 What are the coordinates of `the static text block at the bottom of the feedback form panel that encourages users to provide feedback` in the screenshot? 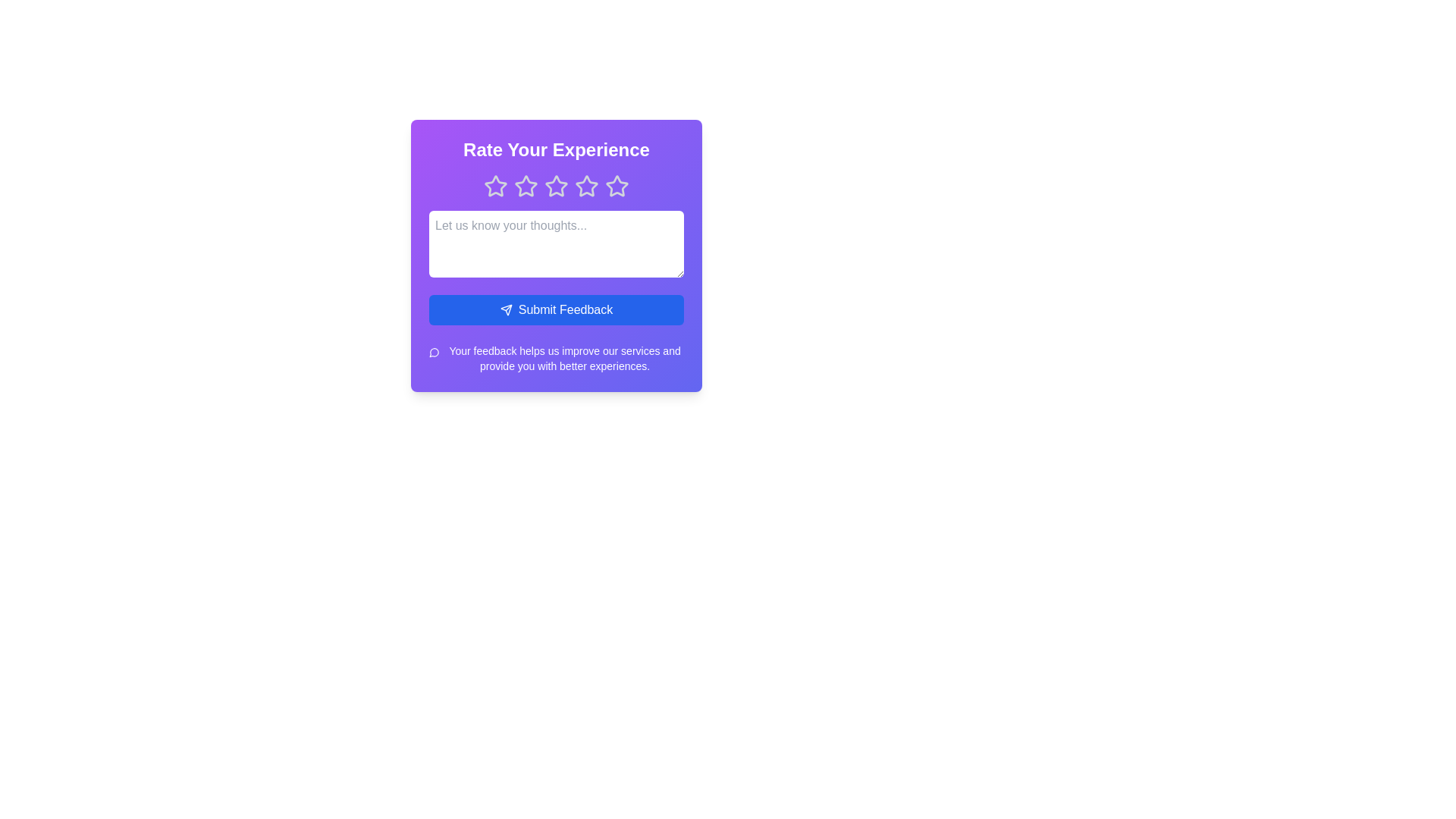 It's located at (556, 359).